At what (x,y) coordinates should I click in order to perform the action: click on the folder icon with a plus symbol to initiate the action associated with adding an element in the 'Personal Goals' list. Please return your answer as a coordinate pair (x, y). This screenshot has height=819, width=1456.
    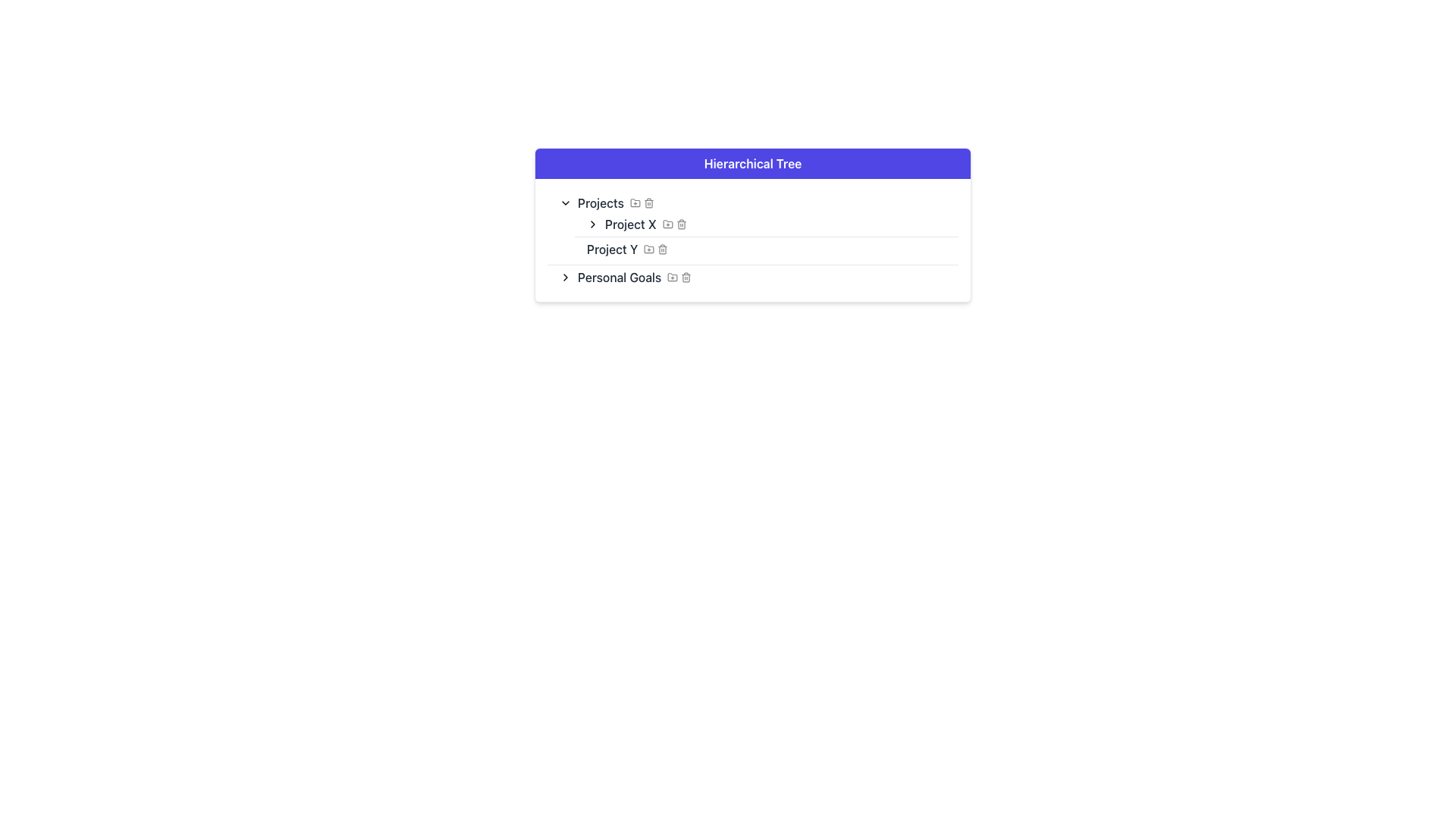
    Looking at the image, I should click on (672, 278).